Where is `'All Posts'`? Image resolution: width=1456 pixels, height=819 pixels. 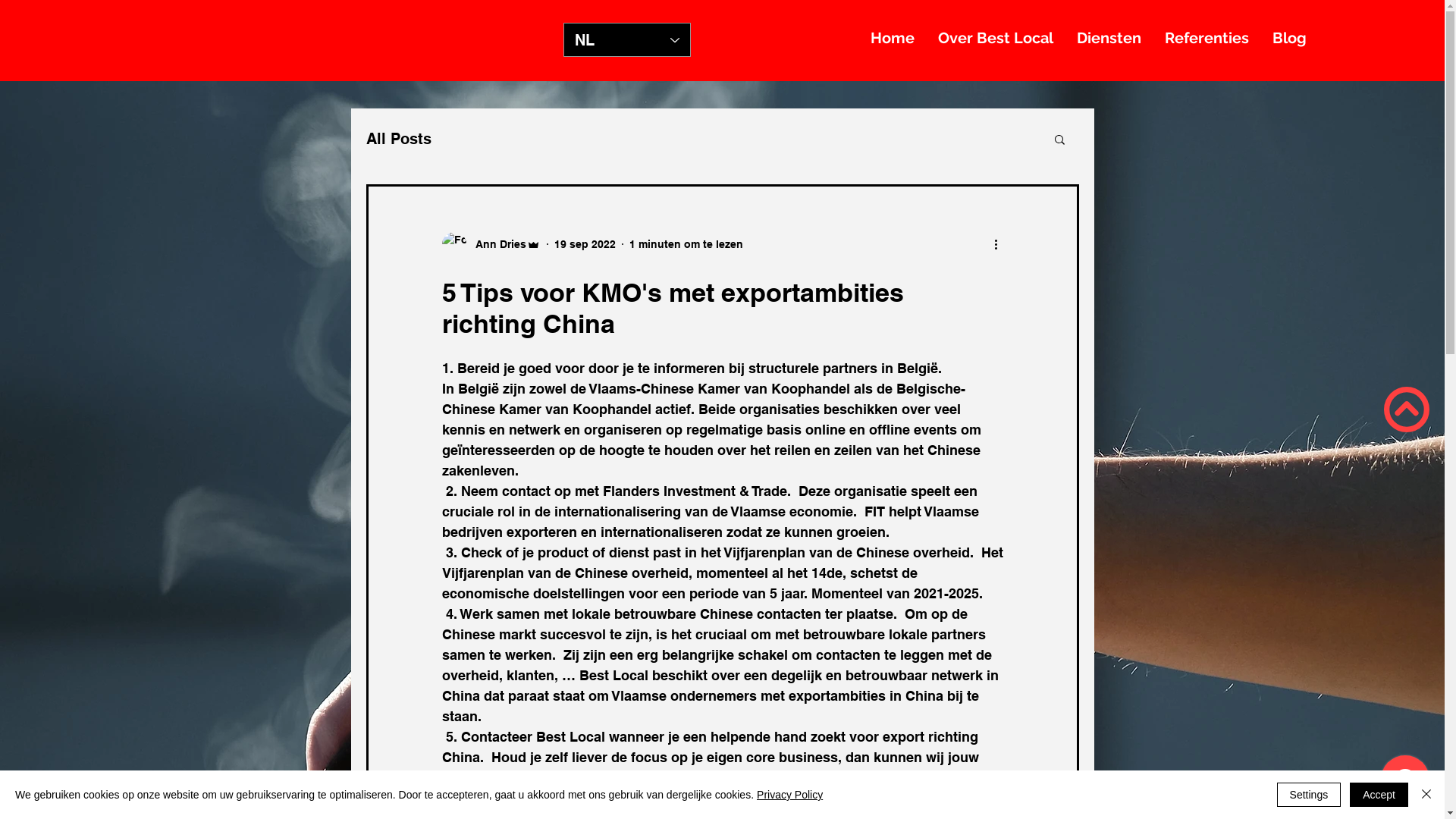
'All Posts' is located at coordinates (397, 138).